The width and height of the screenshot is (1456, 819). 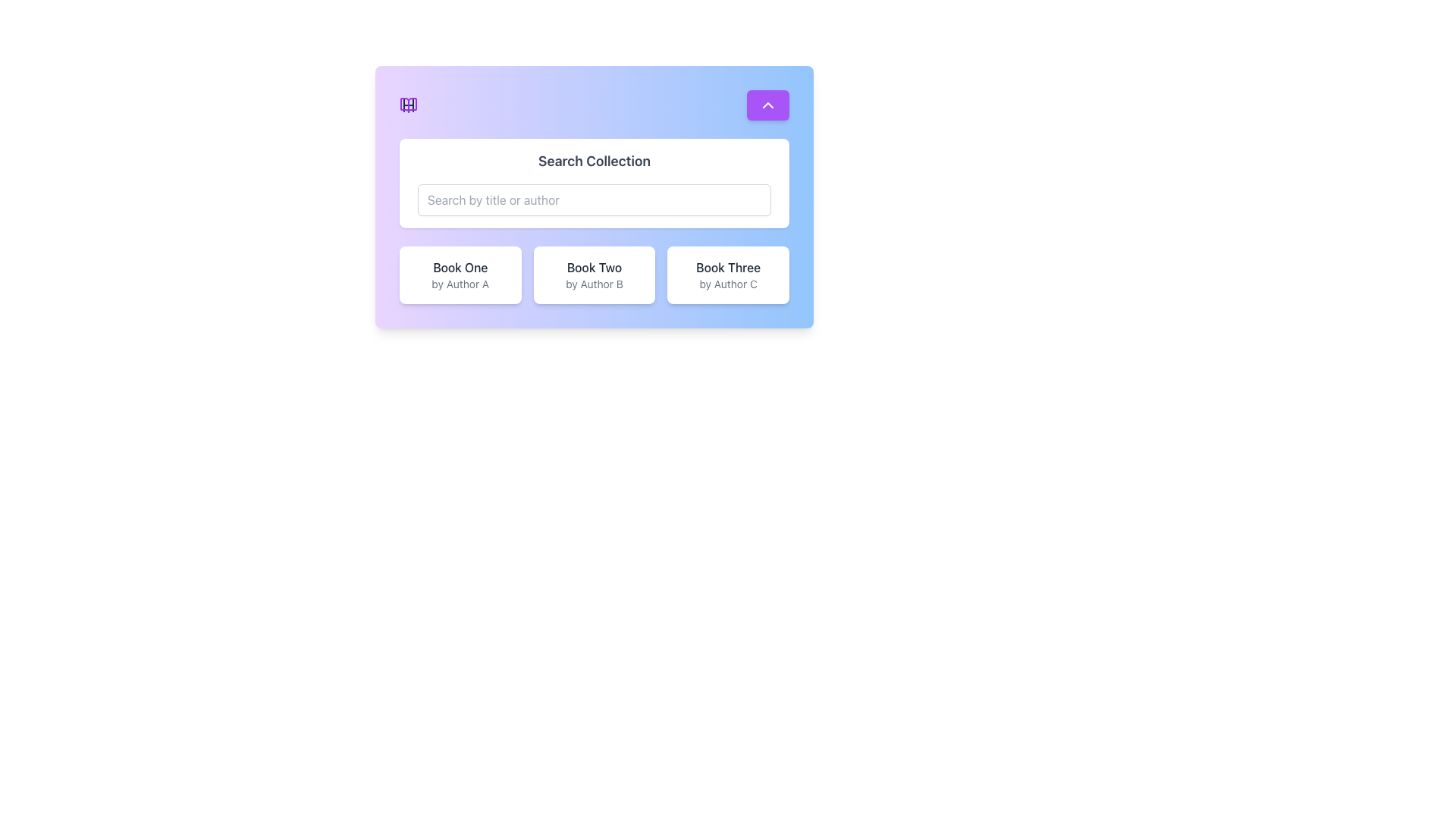 I want to click on the title text element of the book card, which is positioned in a white, rounded rectangle above the author text 'by Author A', so click(x=460, y=267).